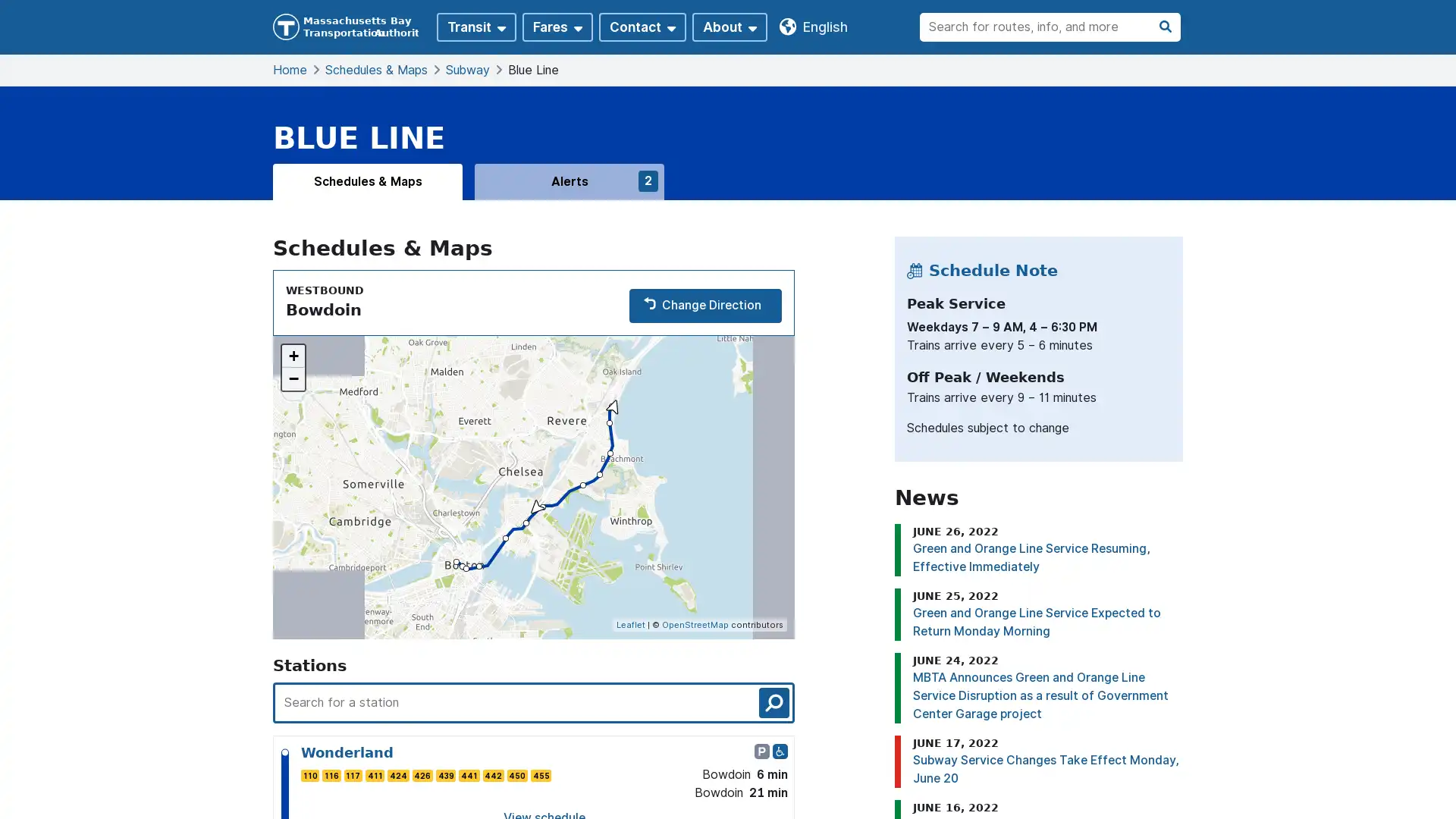 This screenshot has height=819, width=1456. What do you see at coordinates (704, 305) in the screenshot?
I see `Change Direction` at bounding box center [704, 305].